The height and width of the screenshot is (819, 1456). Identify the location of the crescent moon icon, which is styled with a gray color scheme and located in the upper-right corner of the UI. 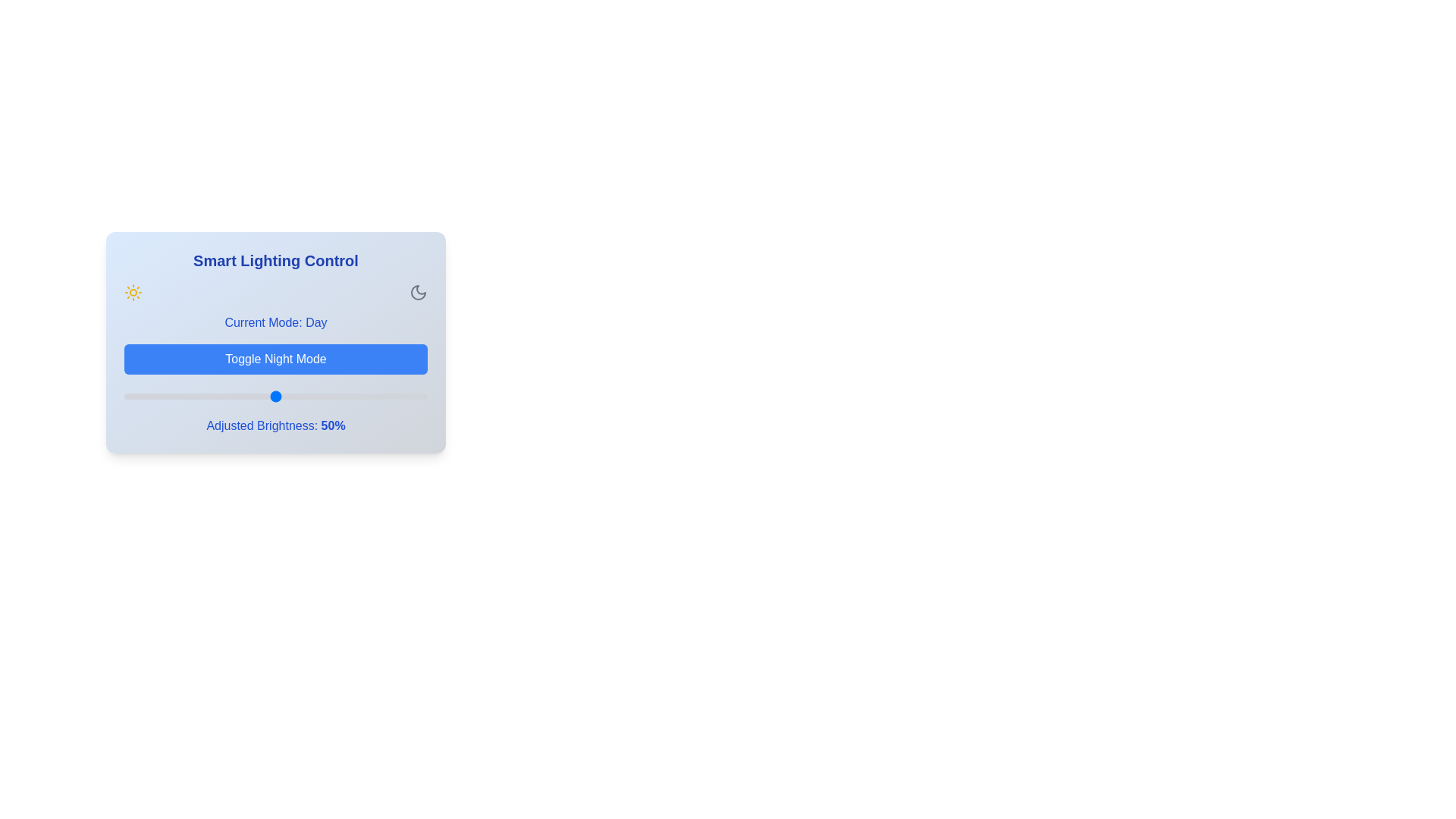
(419, 292).